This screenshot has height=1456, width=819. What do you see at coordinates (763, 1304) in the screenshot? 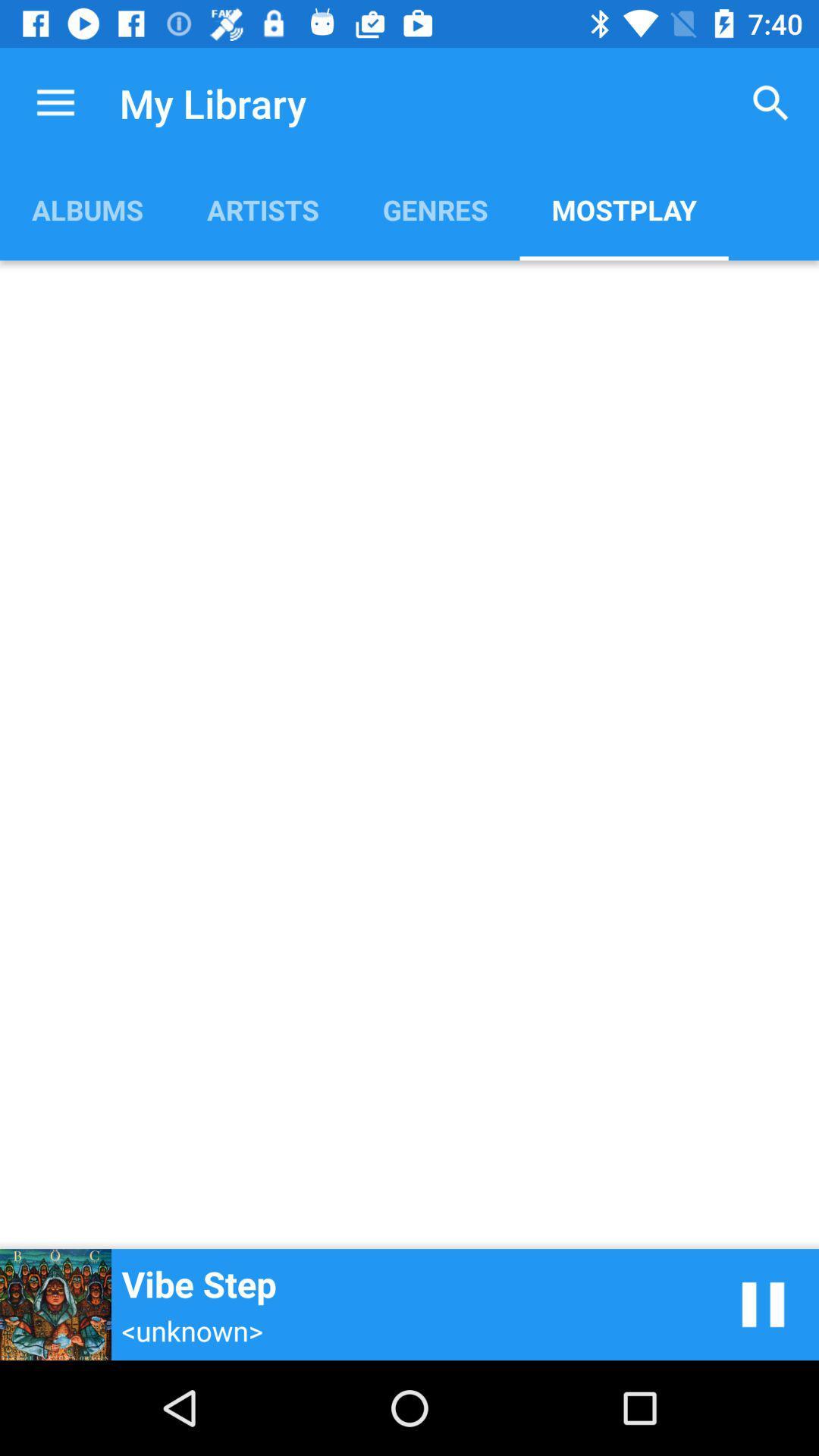
I see `pause music` at bounding box center [763, 1304].